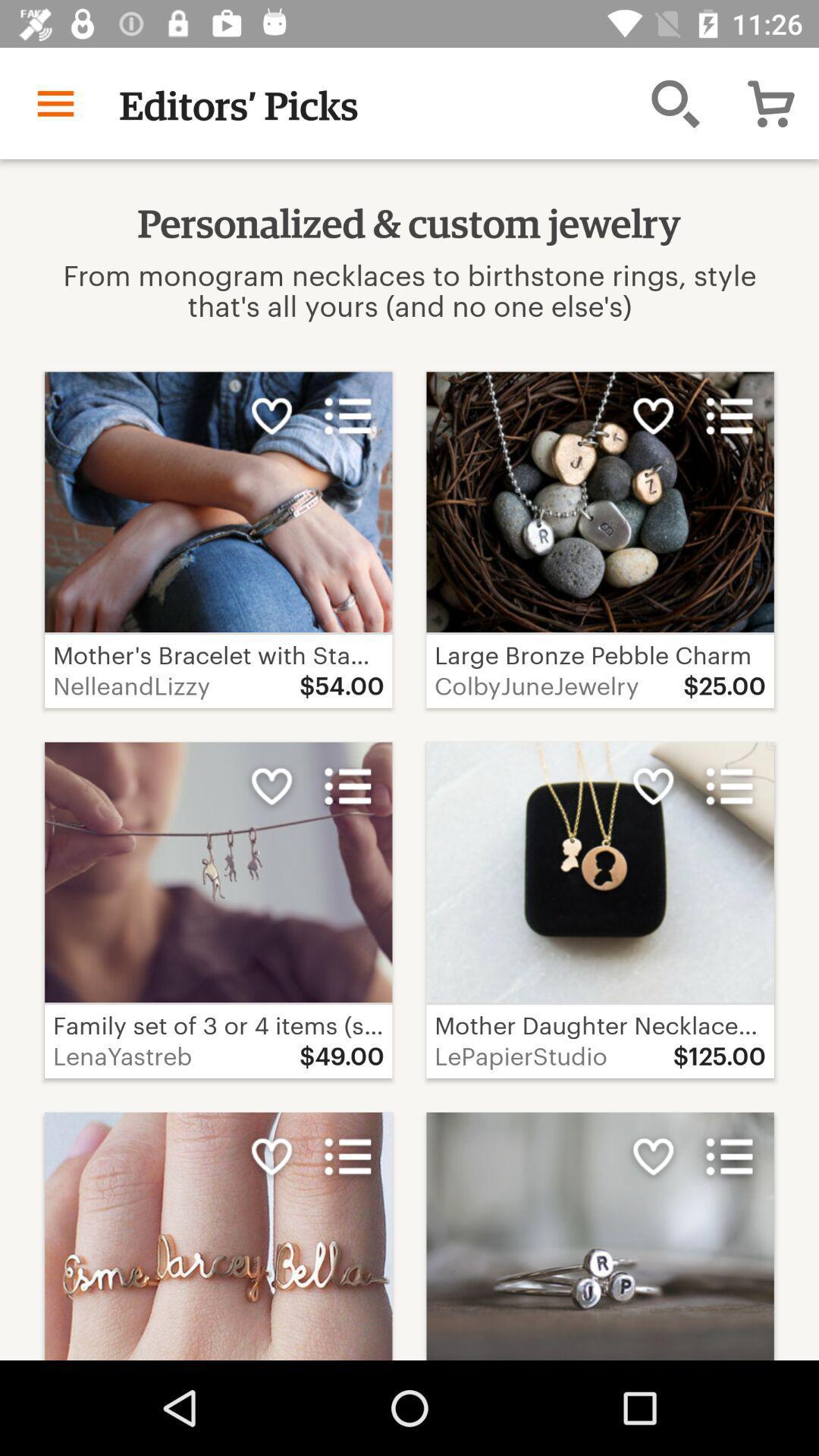 This screenshot has width=819, height=1456. Describe the element at coordinates (218, 910) in the screenshot. I see `first image in second row from left side` at that location.